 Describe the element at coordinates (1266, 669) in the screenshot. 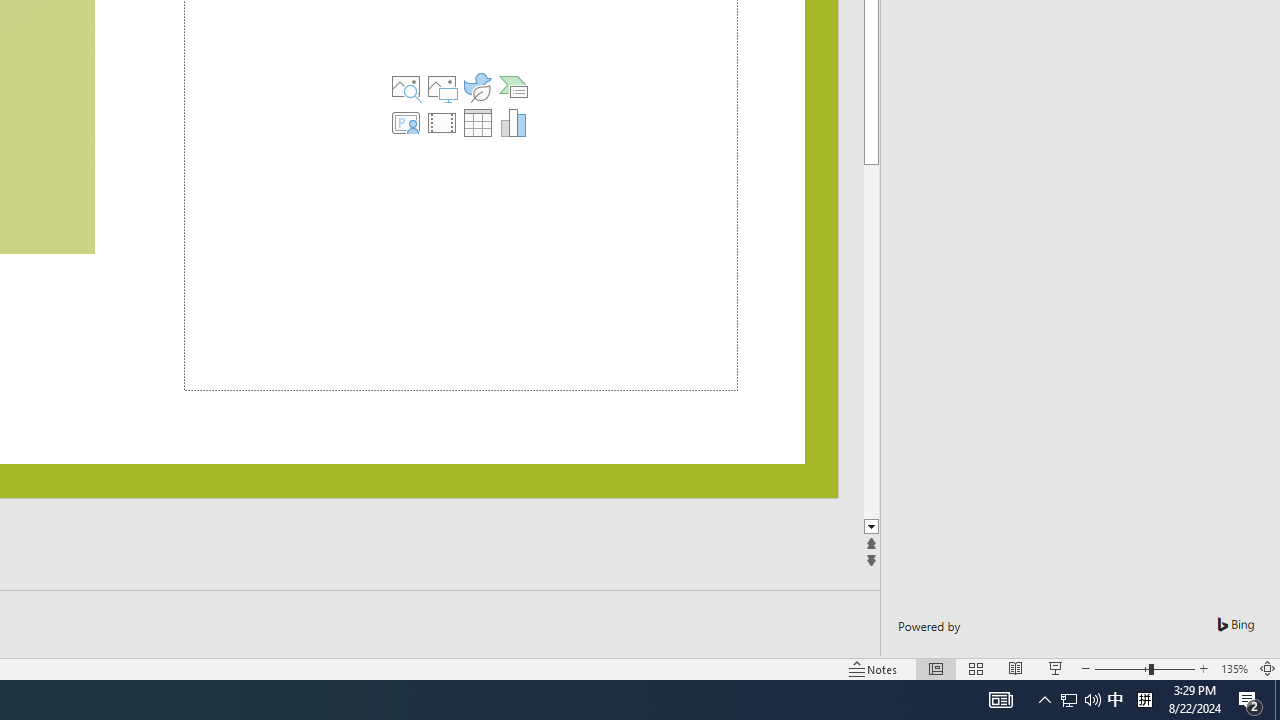

I see `'Zoom to Fit '` at that location.